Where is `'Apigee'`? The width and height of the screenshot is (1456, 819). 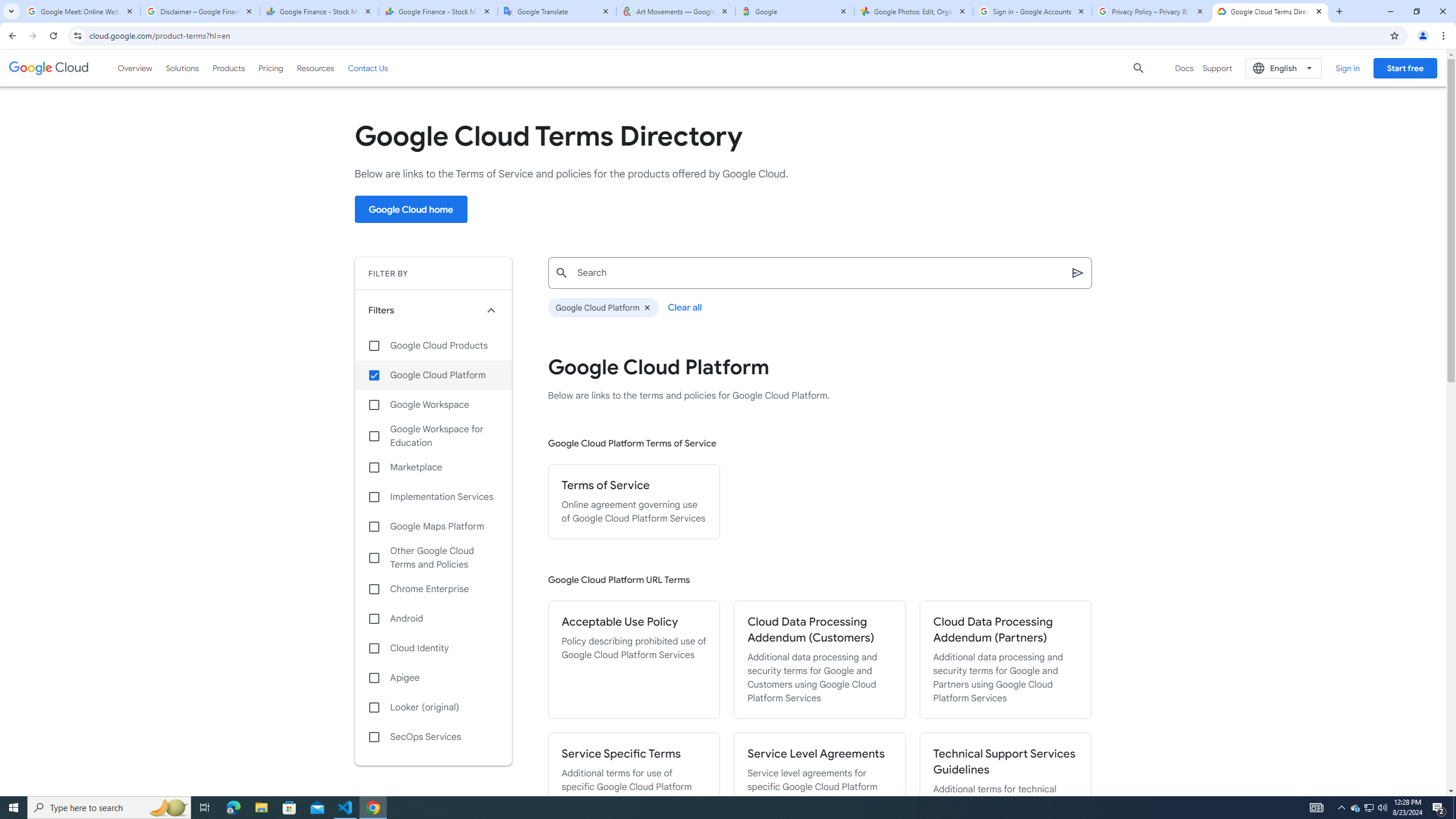 'Apigee' is located at coordinates (433, 677).